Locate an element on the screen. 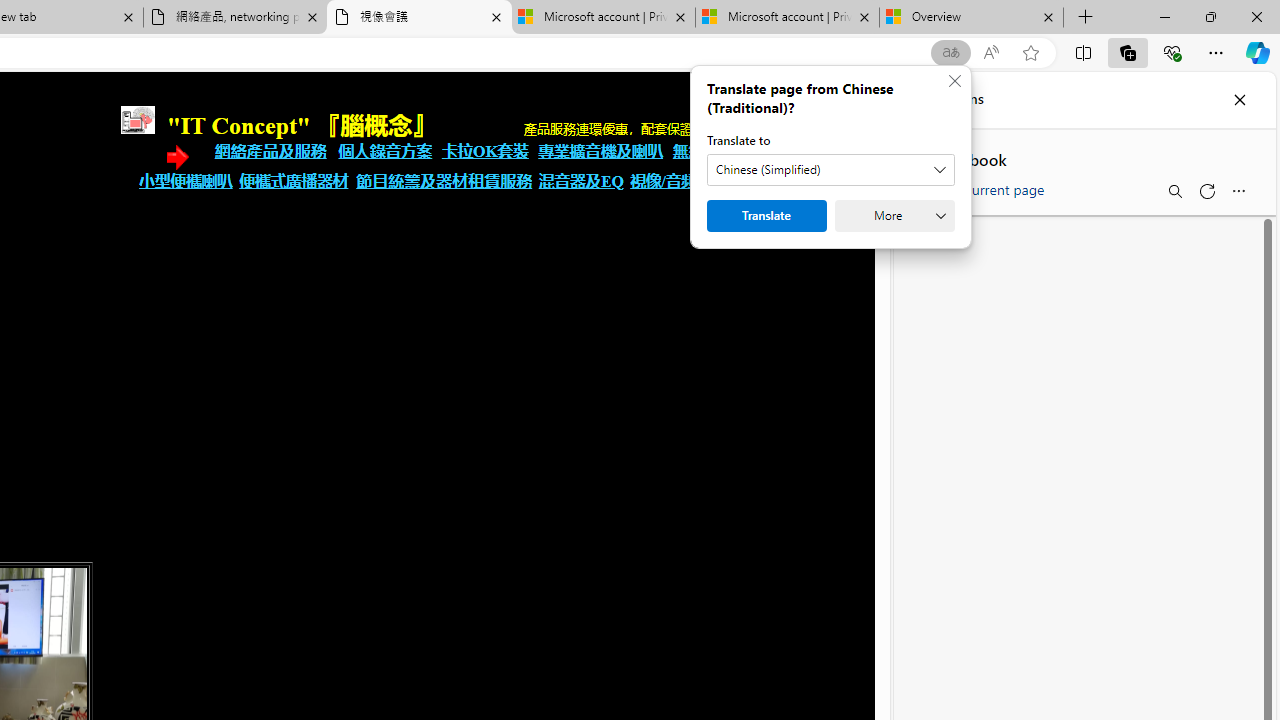 Image resolution: width=1280 pixels, height=720 pixels. 'More' is located at coordinates (893, 216).